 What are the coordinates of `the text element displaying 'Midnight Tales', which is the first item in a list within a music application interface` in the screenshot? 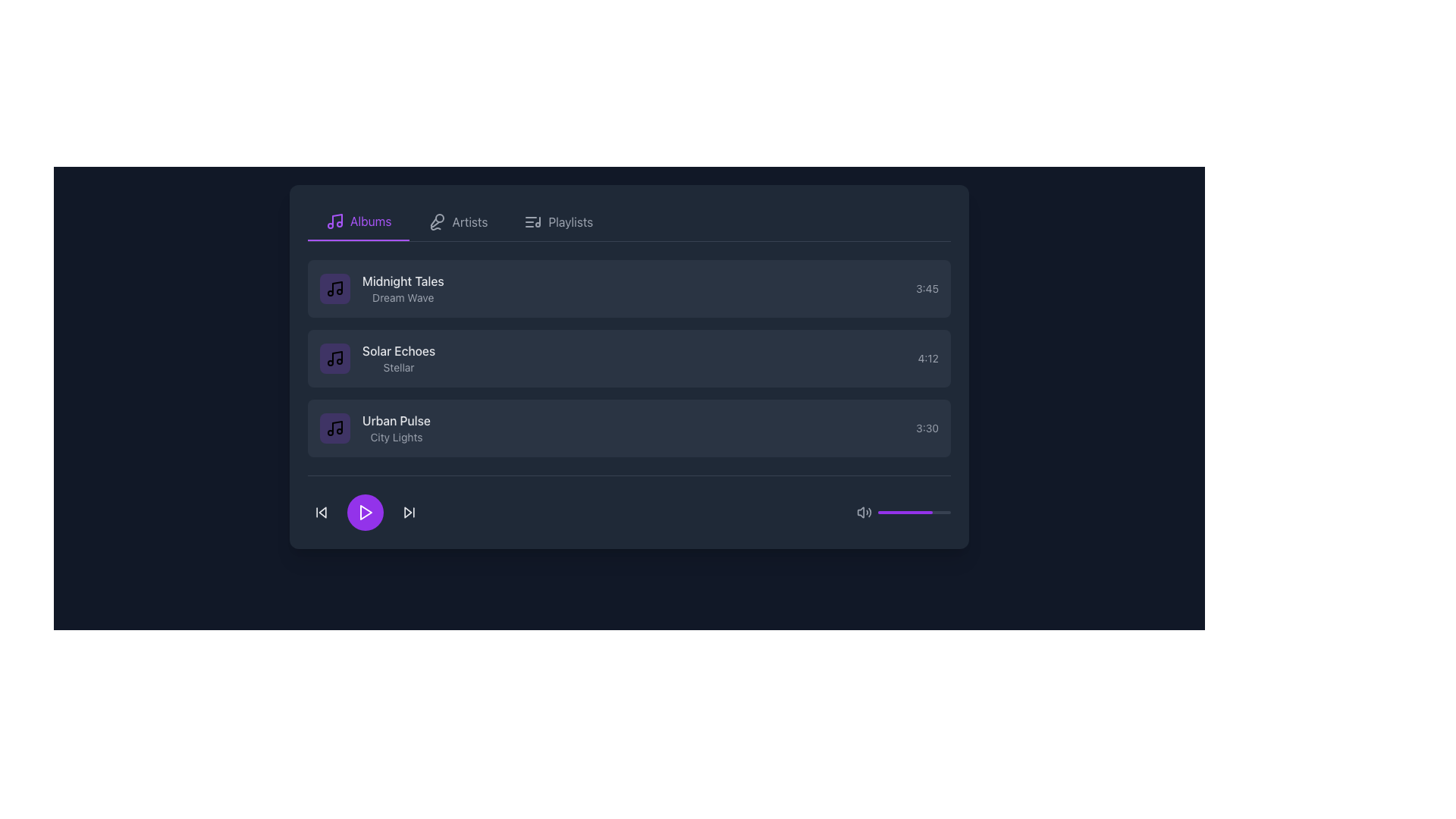 It's located at (403, 281).